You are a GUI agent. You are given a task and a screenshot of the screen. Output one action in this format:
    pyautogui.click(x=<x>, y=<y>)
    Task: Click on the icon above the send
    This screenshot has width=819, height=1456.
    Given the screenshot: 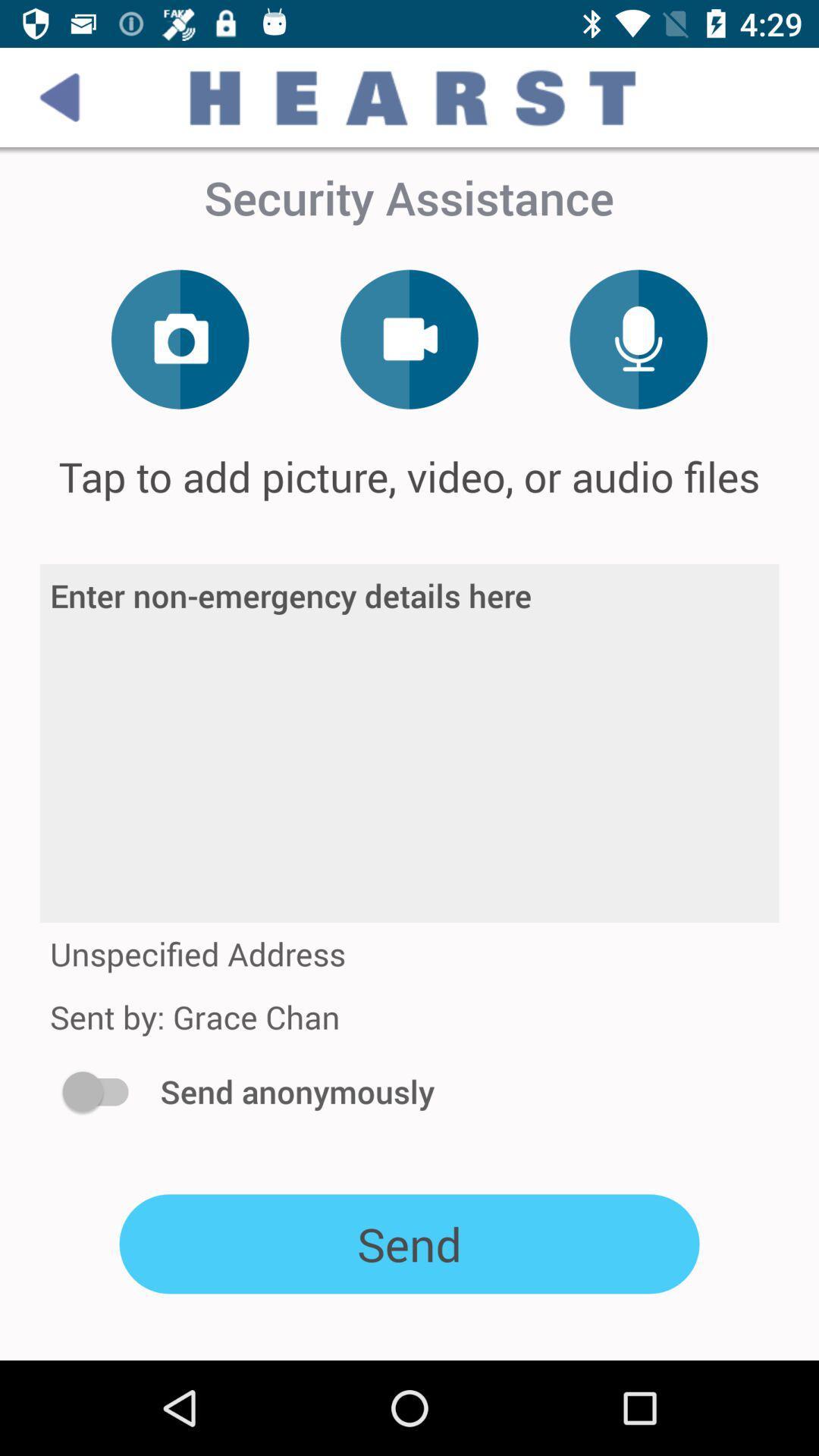 What is the action you would take?
    pyautogui.click(x=102, y=1090)
    